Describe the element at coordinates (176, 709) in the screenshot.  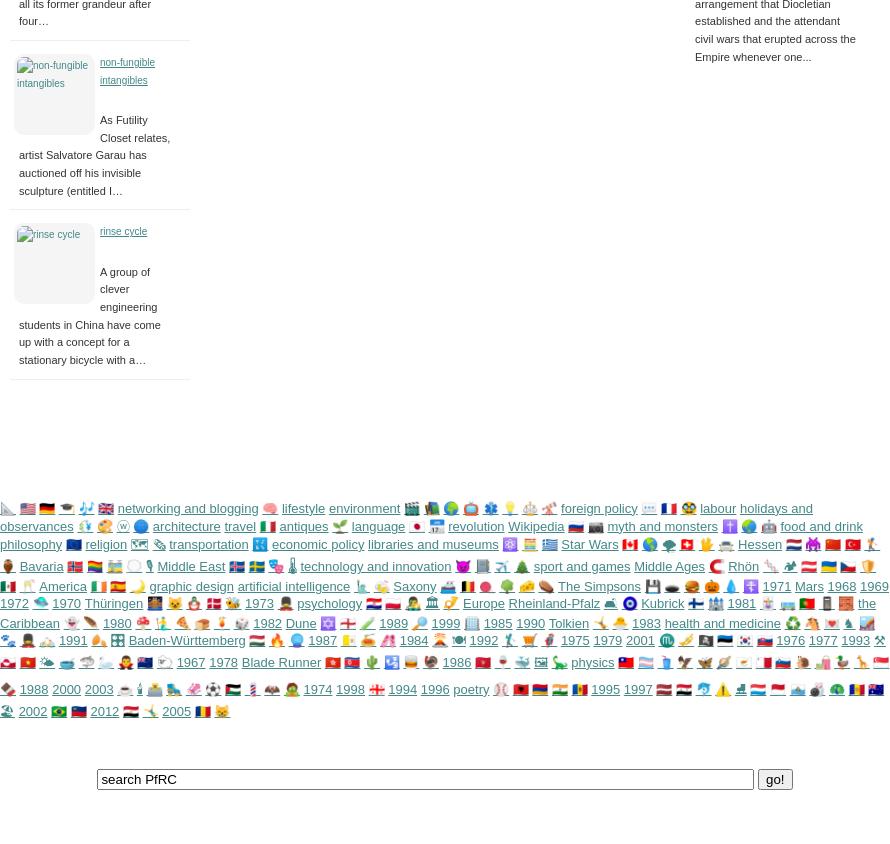
I see `'2005'` at that location.